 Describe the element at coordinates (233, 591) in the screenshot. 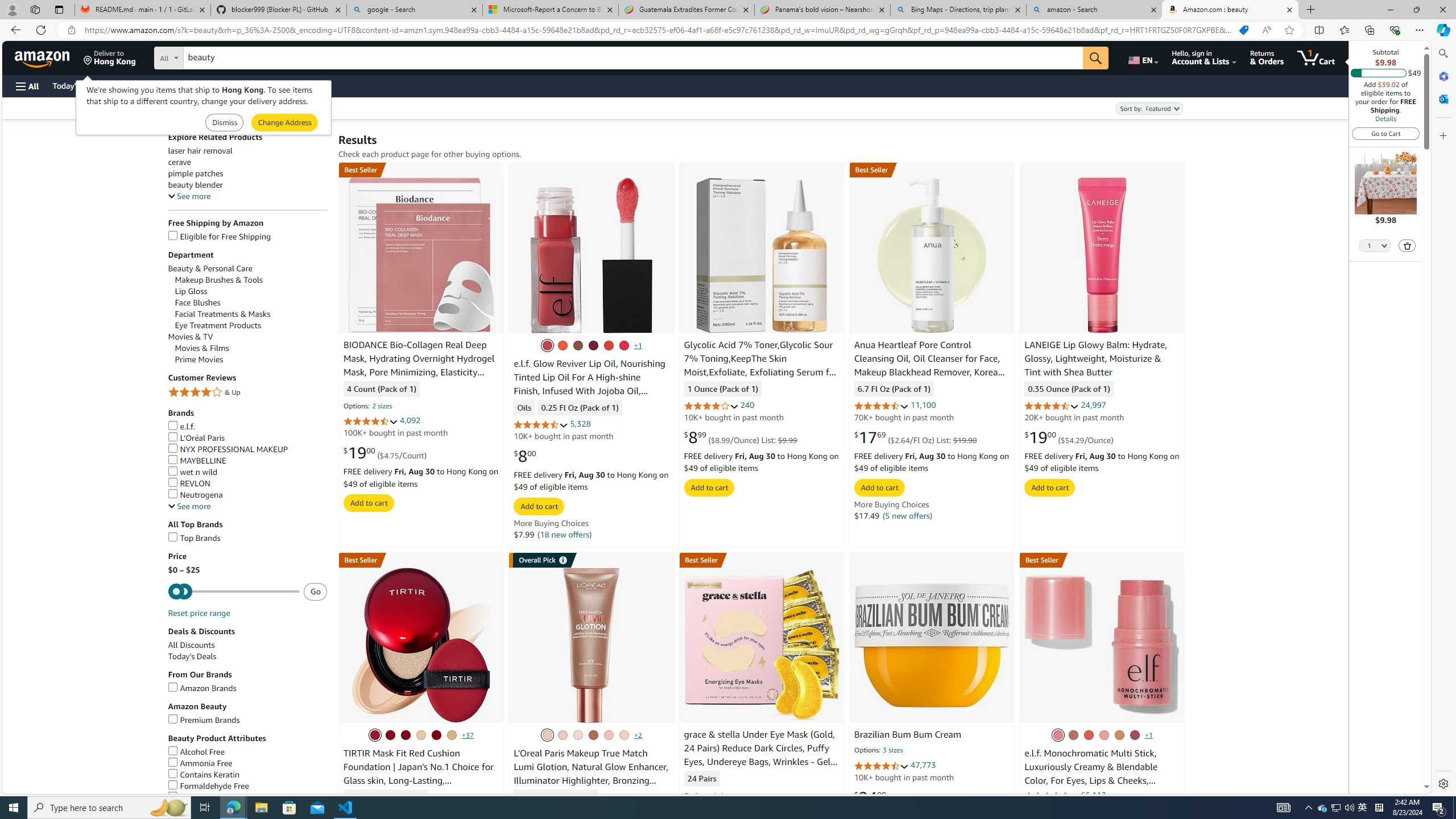

I see `'Minimum'` at that location.